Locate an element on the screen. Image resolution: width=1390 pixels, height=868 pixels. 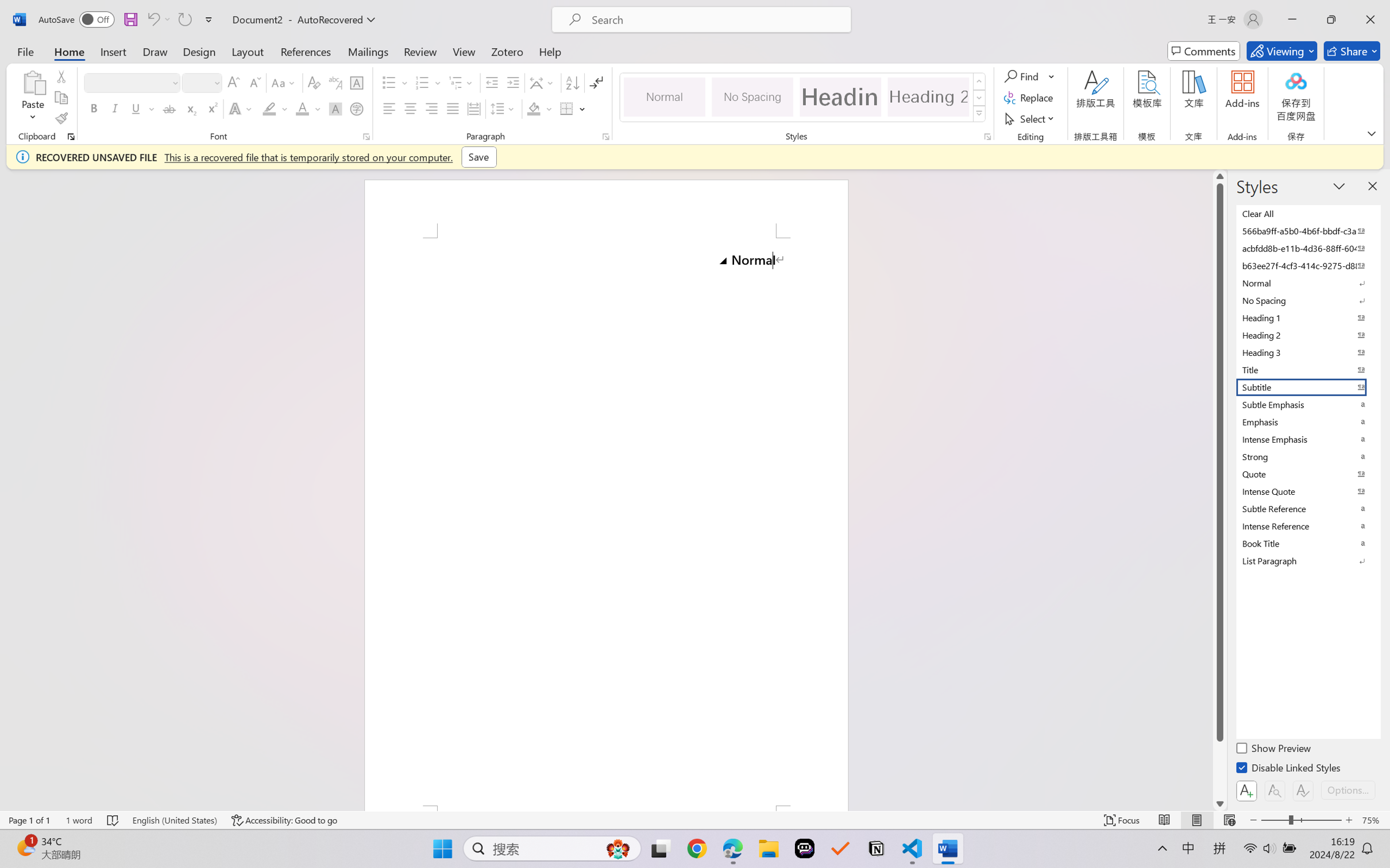
'Can' is located at coordinates (152, 19).